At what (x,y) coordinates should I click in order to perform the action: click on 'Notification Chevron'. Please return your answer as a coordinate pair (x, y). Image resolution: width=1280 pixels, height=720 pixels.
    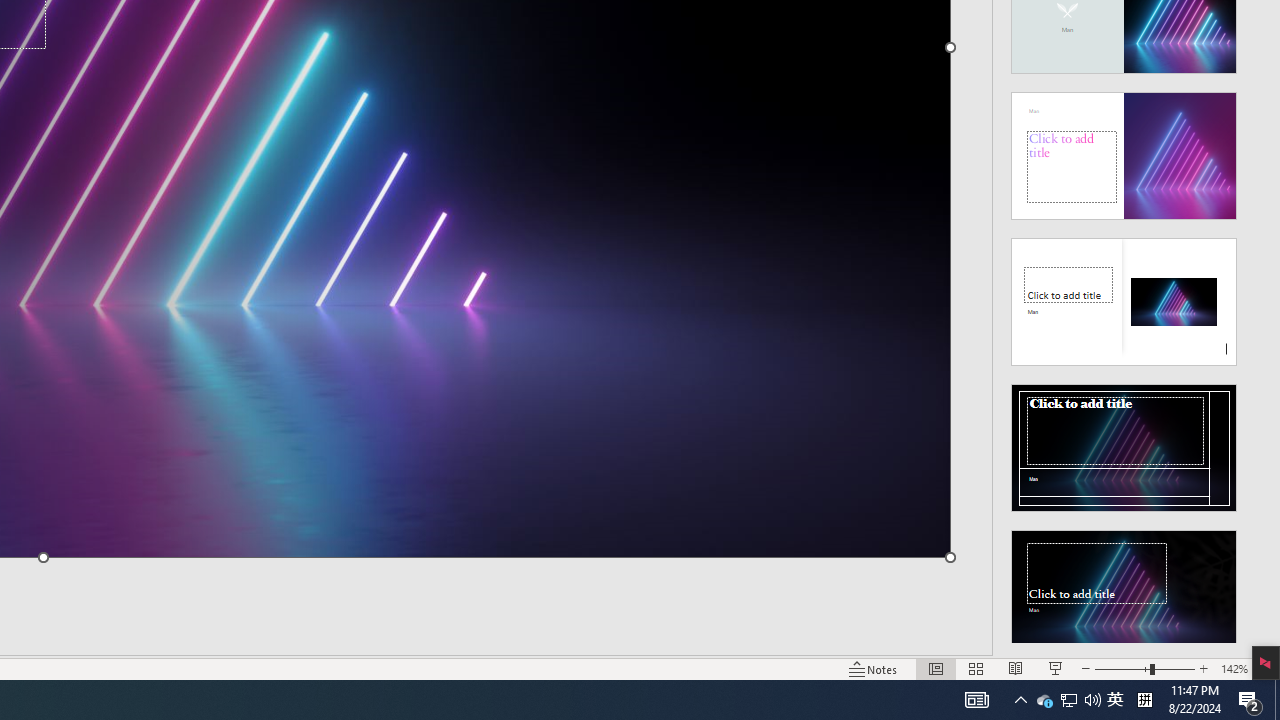
    Looking at the image, I should click on (1020, 698).